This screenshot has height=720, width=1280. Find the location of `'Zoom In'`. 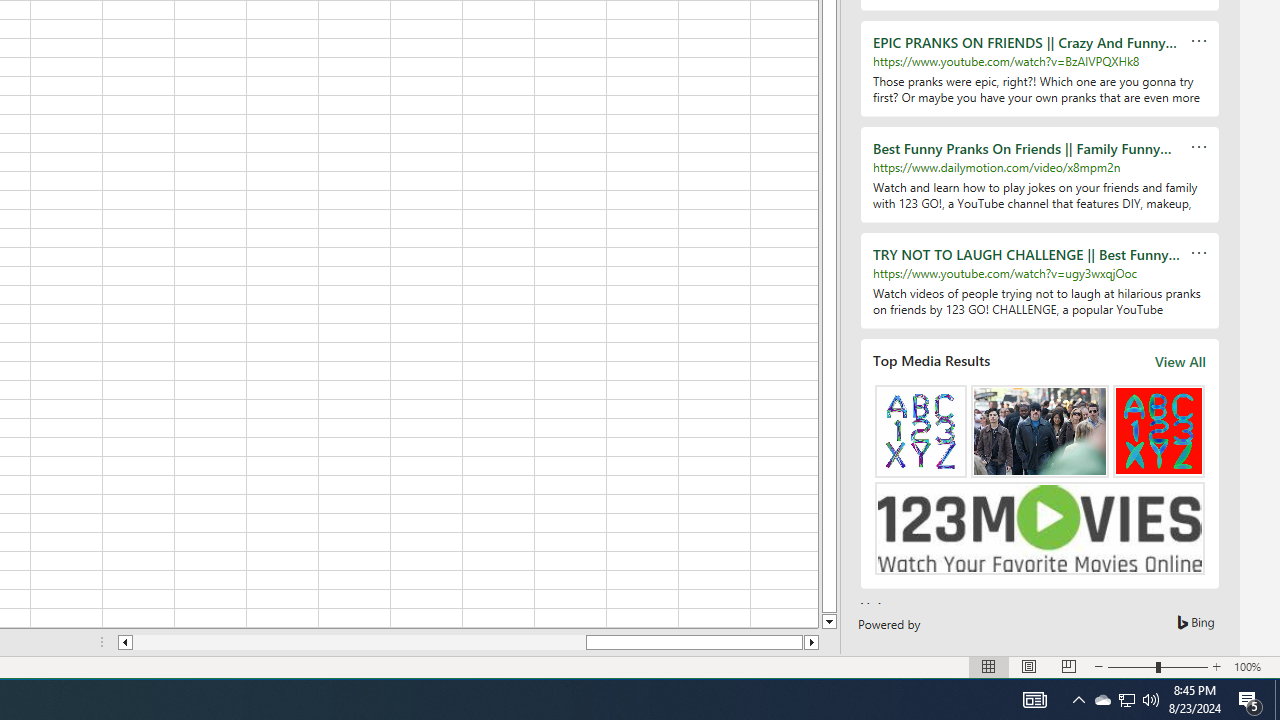

'Zoom In' is located at coordinates (1216, 667).